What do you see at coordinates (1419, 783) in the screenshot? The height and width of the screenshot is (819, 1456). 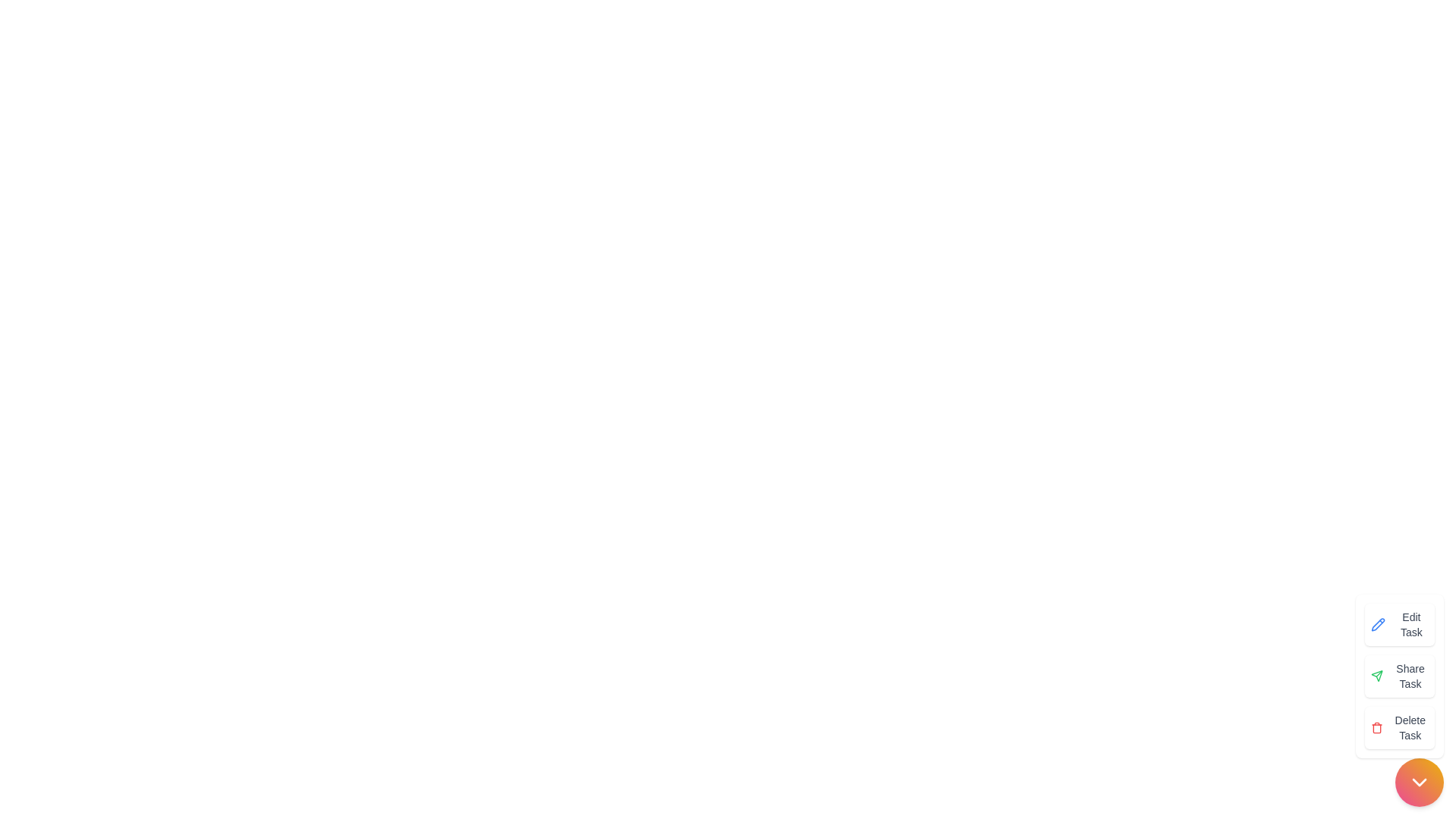 I see `the speed dial toggle button to toggle the menu open or closed` at bounding box center [1419, 783].